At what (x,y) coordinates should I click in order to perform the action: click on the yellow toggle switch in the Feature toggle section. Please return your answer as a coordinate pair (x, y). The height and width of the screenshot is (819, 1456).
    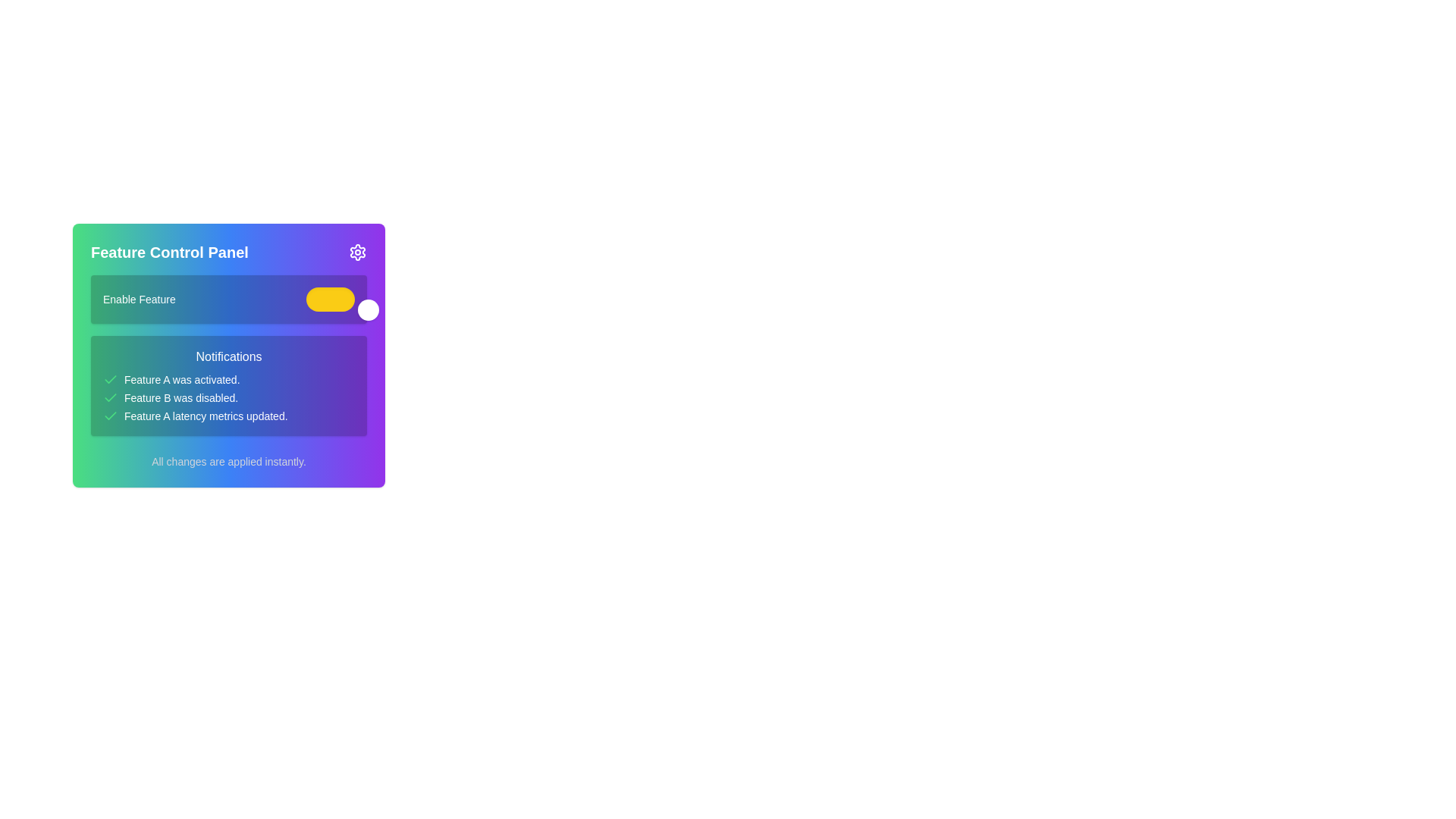
    Looking at the image, I should click on (228, 299).